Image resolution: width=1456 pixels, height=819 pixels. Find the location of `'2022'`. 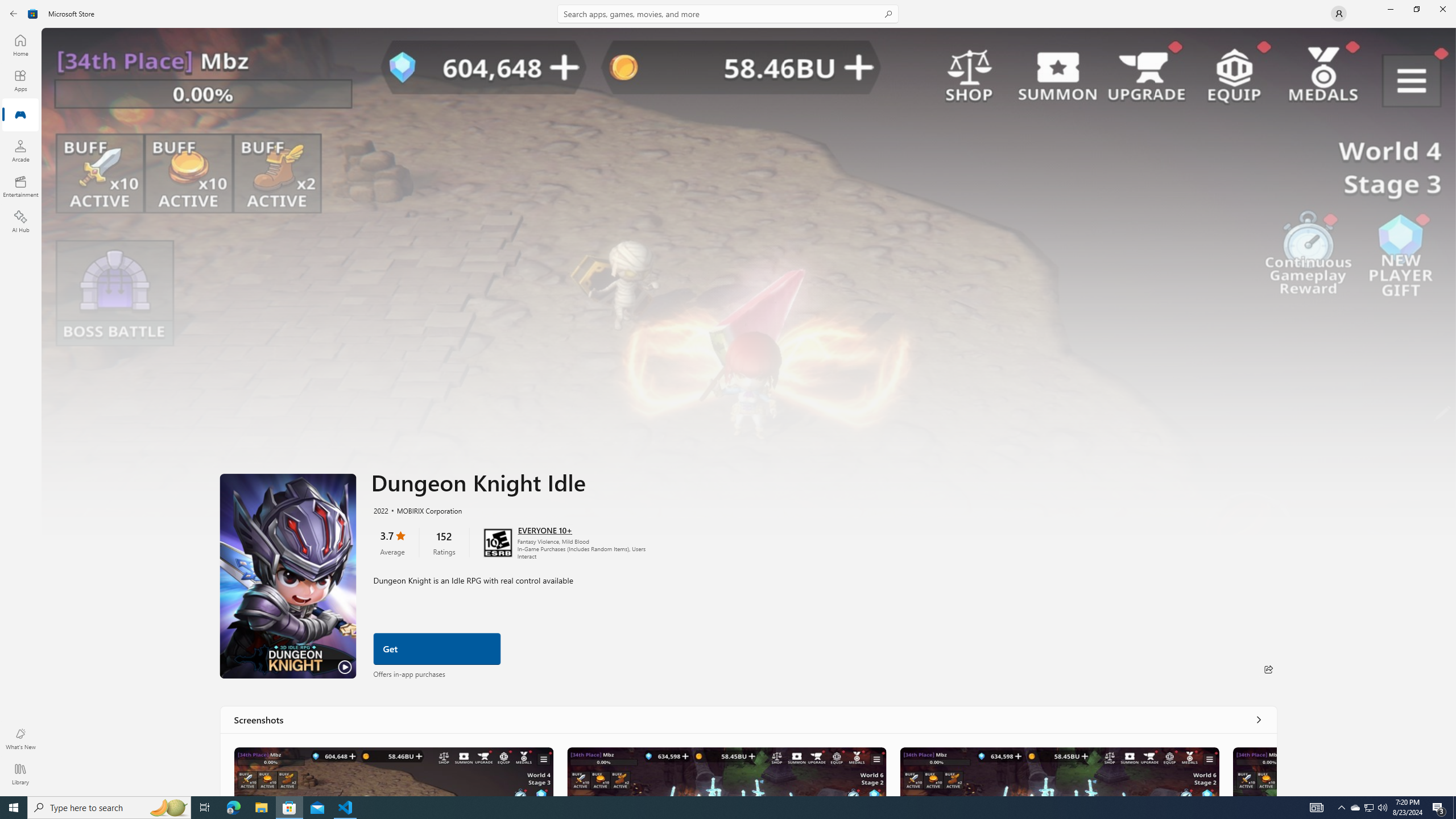

'2022' is located at coordinates (380, 510).